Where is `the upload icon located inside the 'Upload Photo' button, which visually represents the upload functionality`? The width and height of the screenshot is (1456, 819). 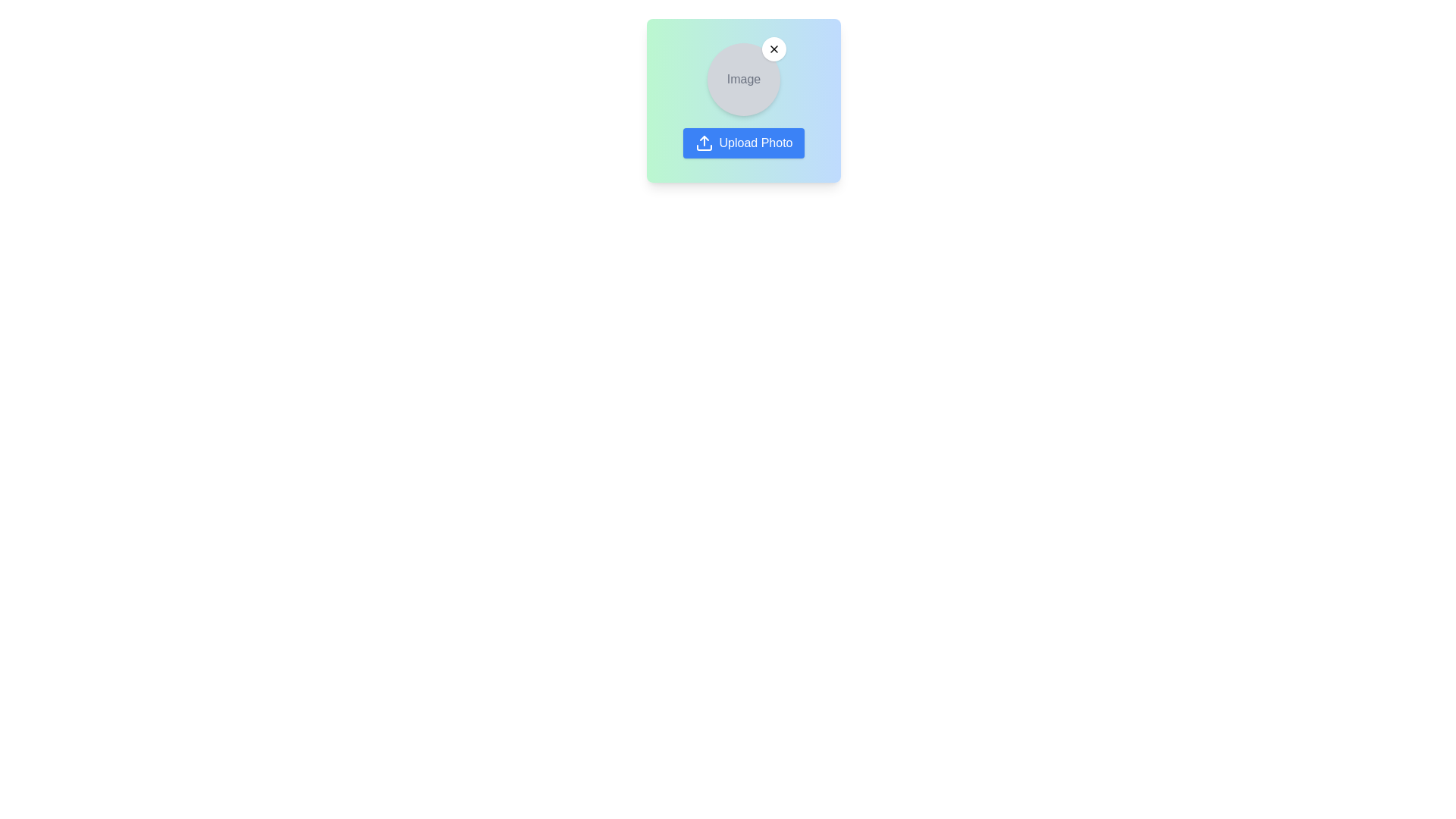
the upload icon located inside the 'Upload Photo' button, which visually represents the upload functionality is located at coordinates (703, 143).